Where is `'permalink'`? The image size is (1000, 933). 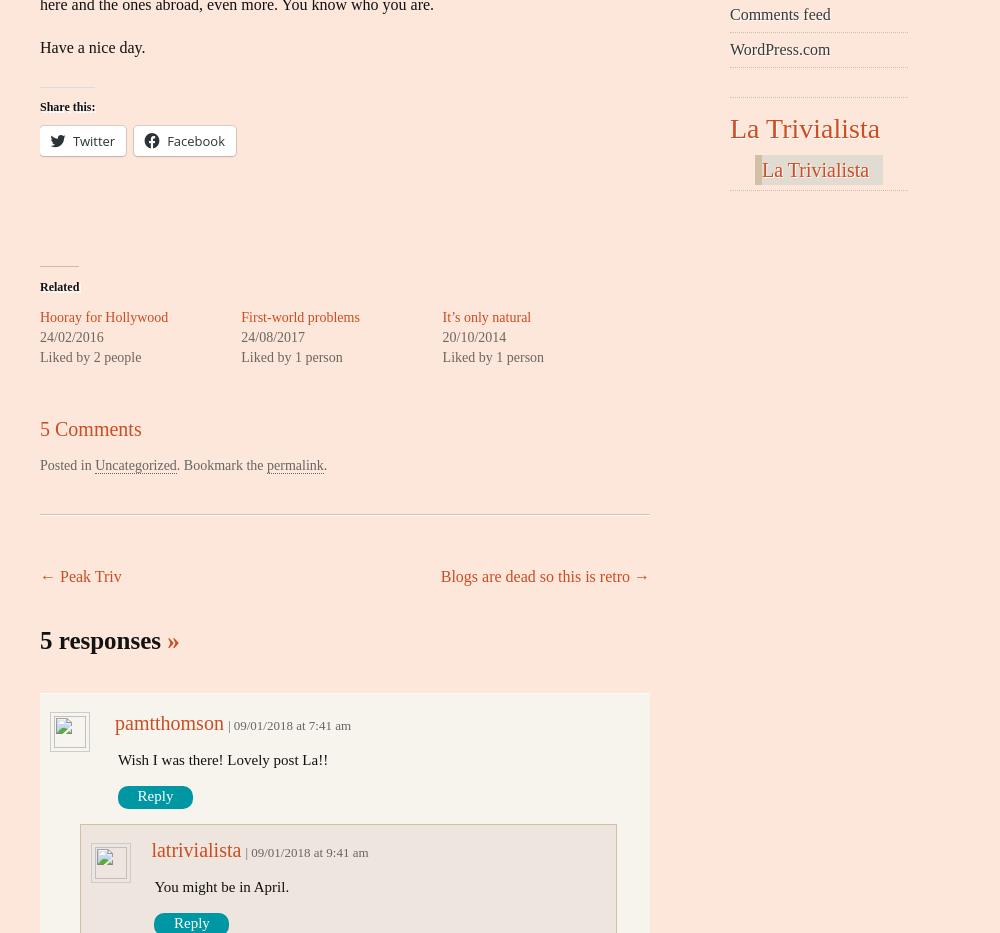
'permalink' is located at coordinates (295, 464).